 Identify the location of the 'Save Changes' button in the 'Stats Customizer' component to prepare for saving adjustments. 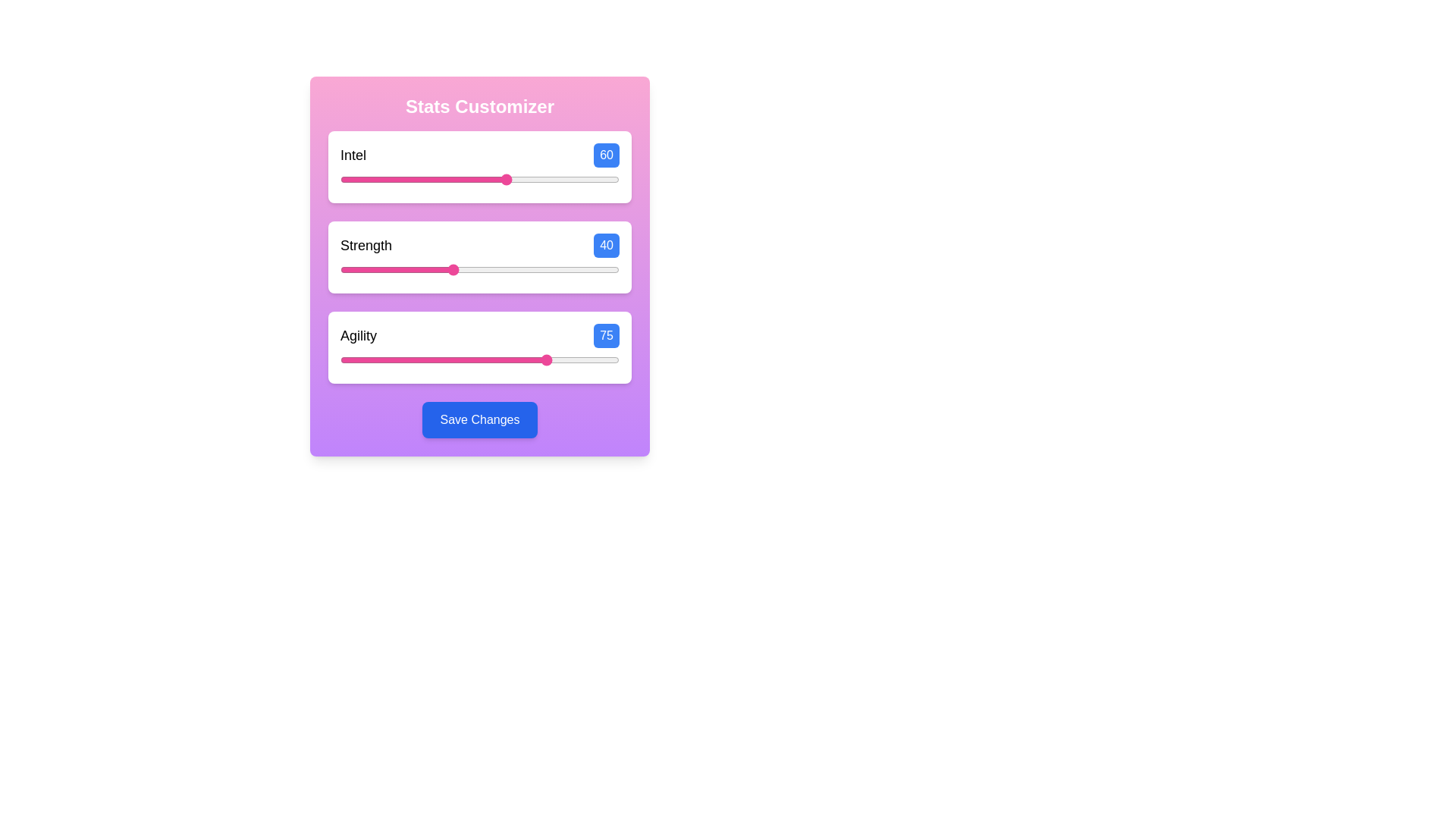
(479, 265).